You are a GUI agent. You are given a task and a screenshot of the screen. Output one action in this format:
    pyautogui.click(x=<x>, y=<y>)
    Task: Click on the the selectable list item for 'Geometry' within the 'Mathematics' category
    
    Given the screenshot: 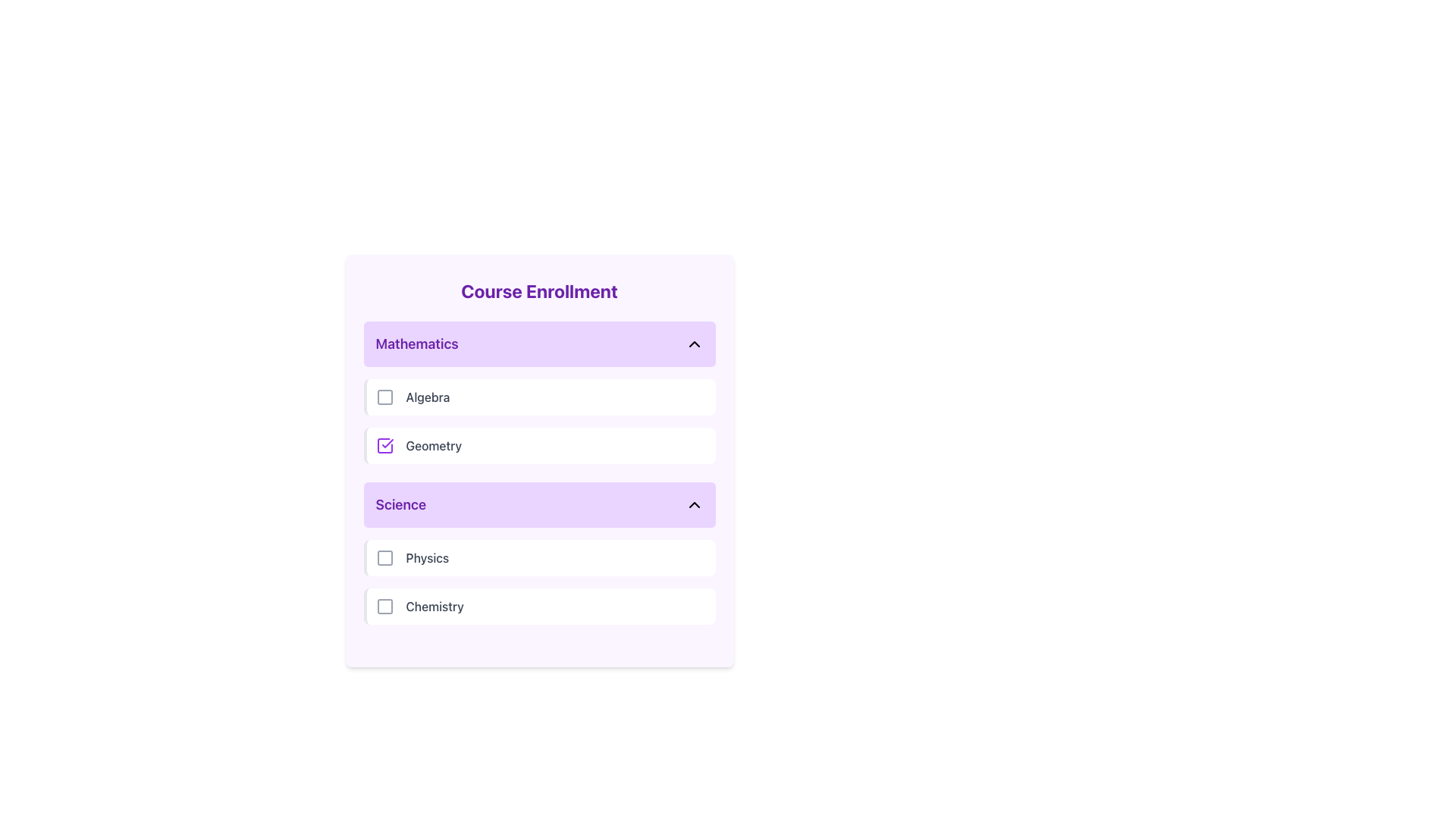 What is the action you would take?
    pyautogui.click(x=539, y=444)
    